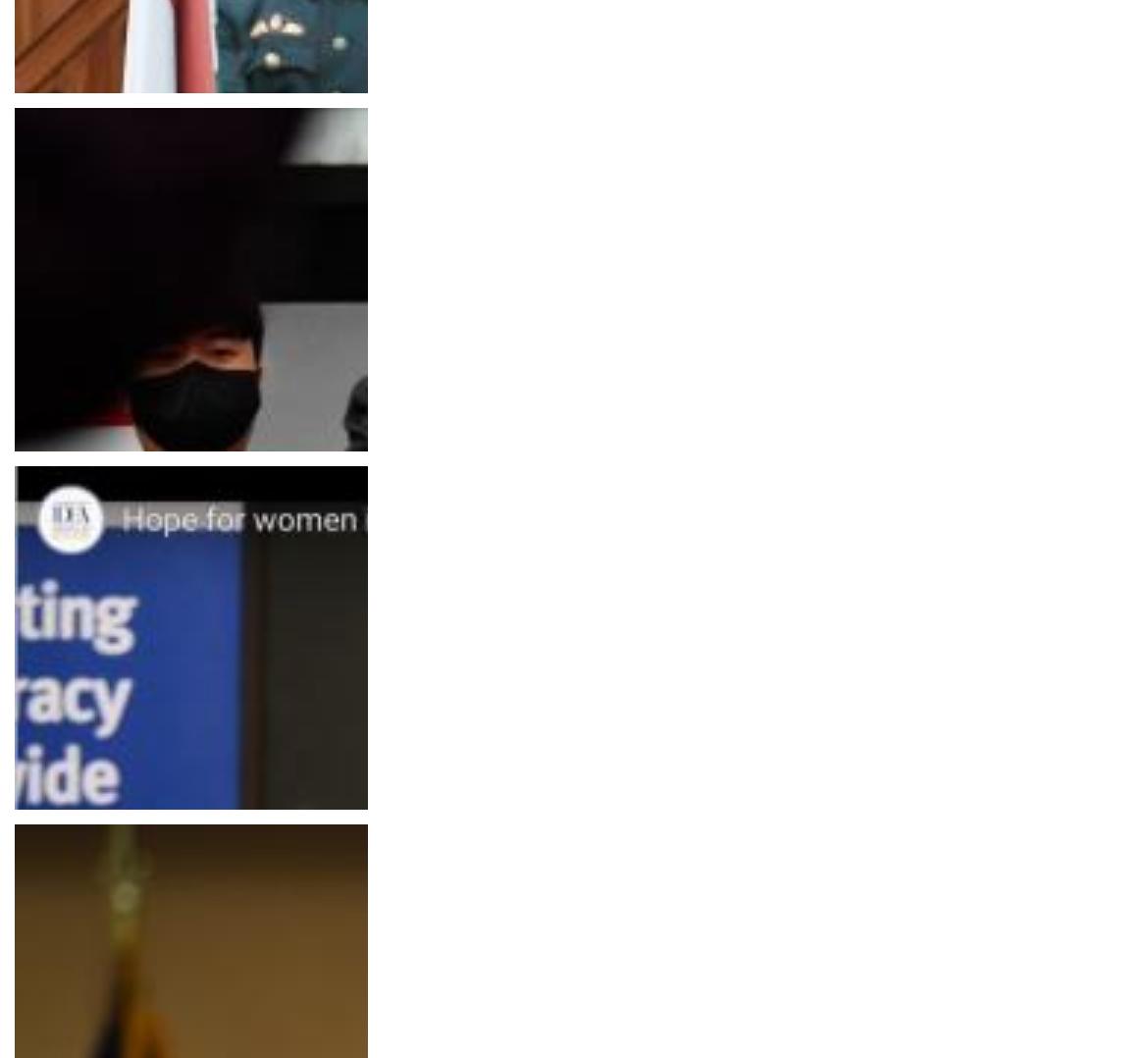 The image size is (1148, 1058). What do you see at coordinates (77, 489) in the screenshot?
I see `'Business Upturn'` at bounding box center [77, 489].